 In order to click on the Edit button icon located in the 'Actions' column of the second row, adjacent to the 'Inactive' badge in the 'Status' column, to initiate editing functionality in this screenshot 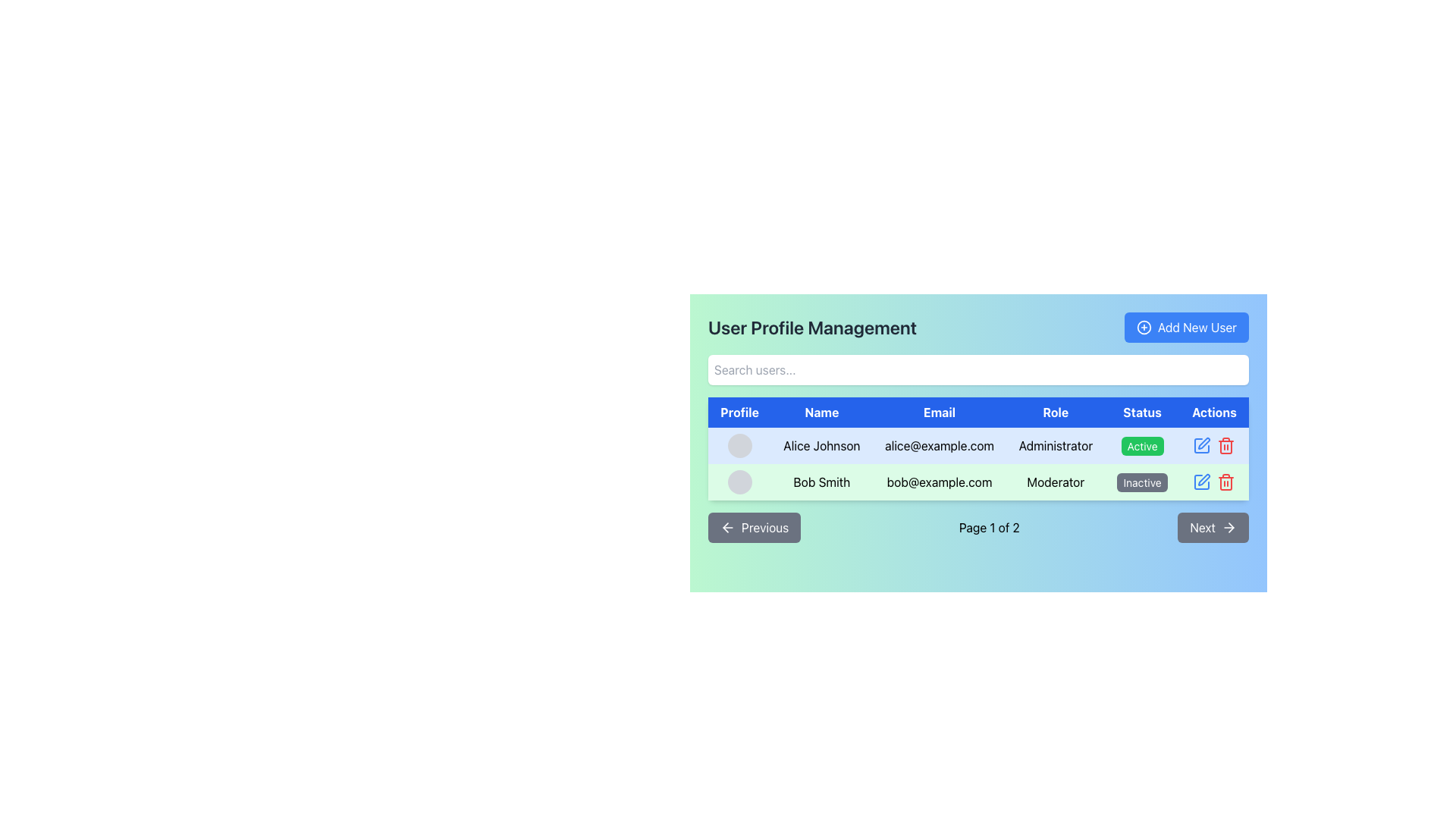, I will do `click(1201, 482)`.